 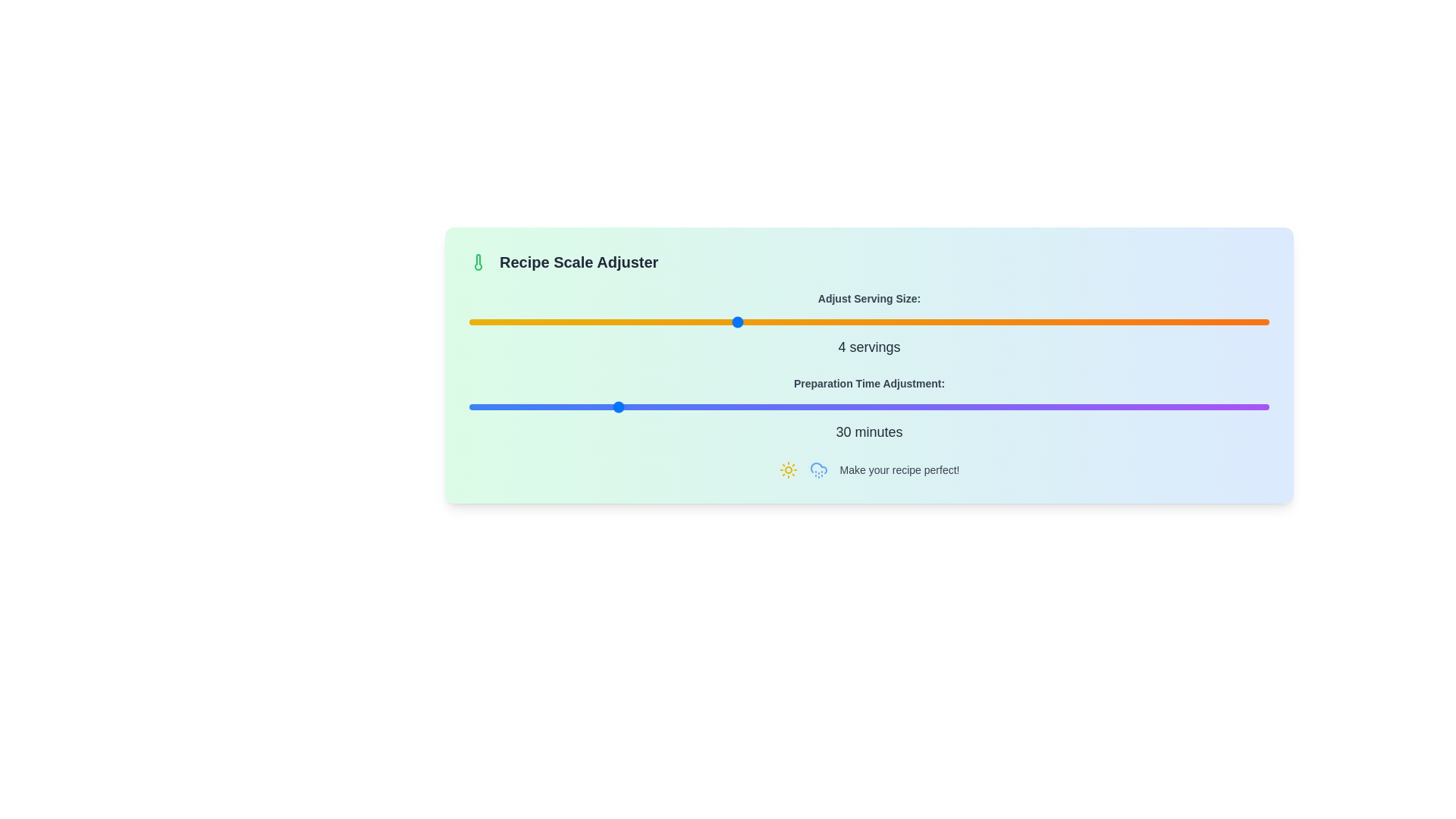 I want to click on the preparation time, so click(x=1015, y=406).